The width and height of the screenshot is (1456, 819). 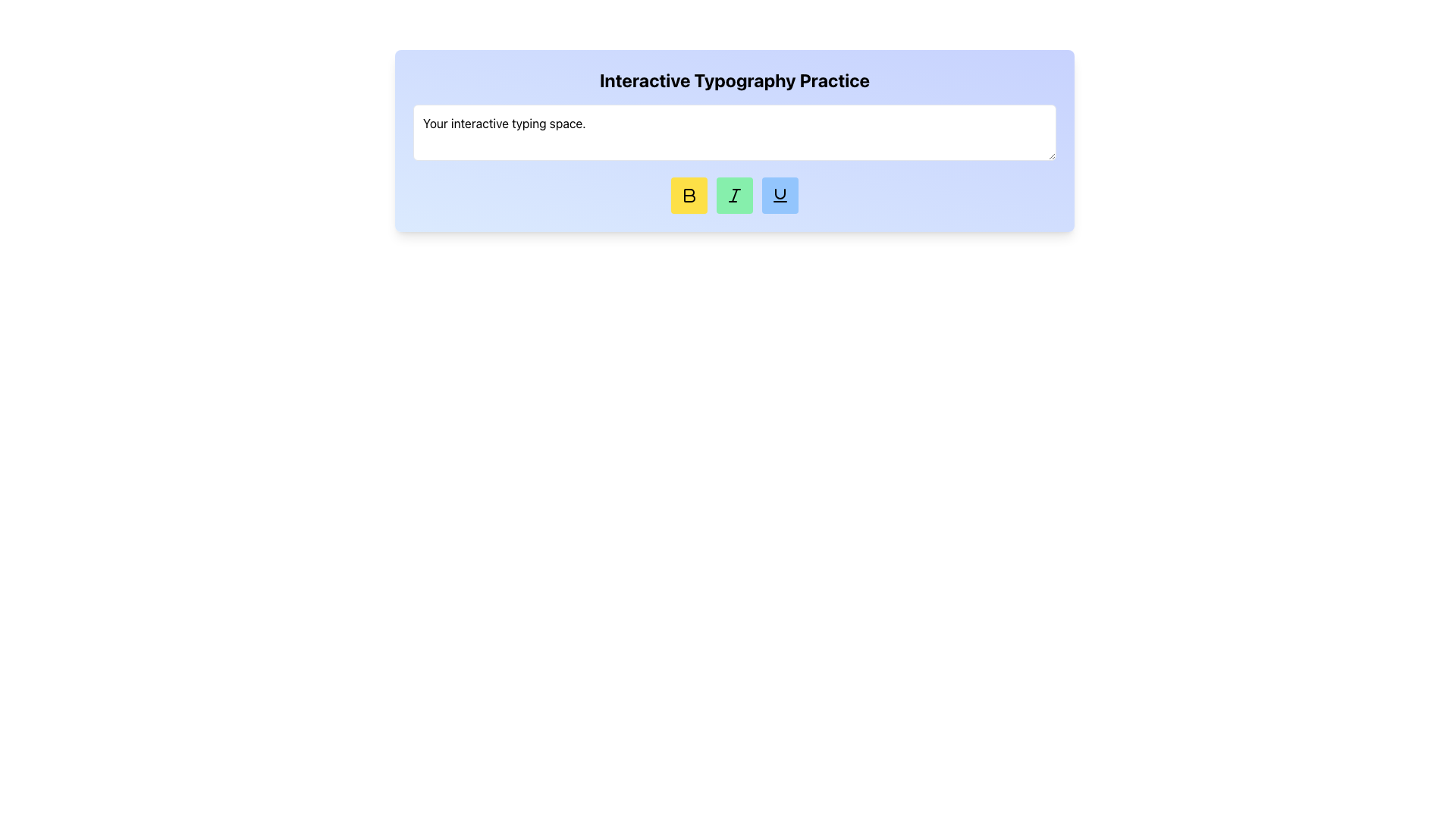 I want to click on the green button in the Button Group with Icons to apply italic style, so click(x=735, y=195).